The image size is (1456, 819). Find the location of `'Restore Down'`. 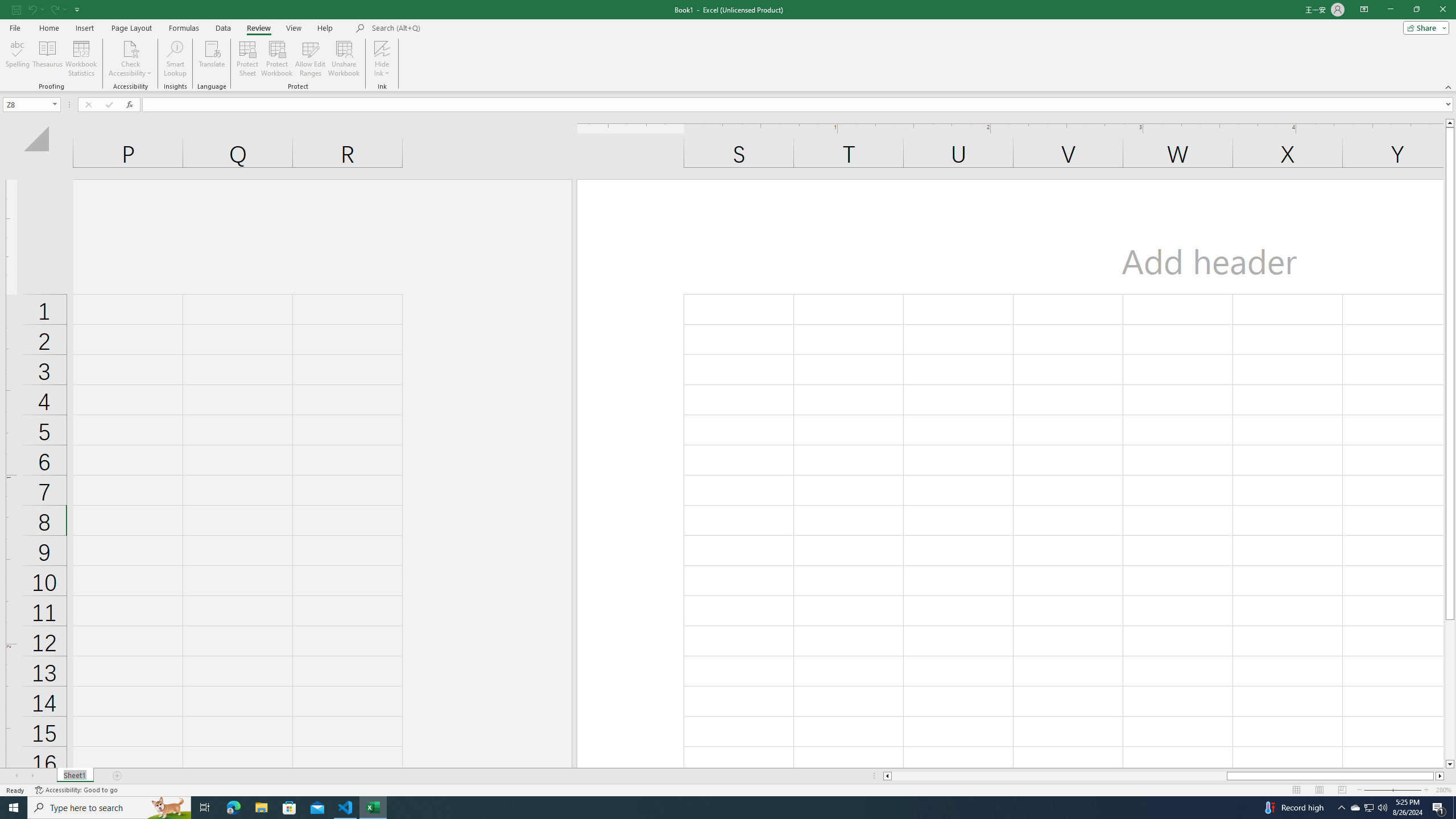

'Restore Down' is located at coordinates (1416, 9).